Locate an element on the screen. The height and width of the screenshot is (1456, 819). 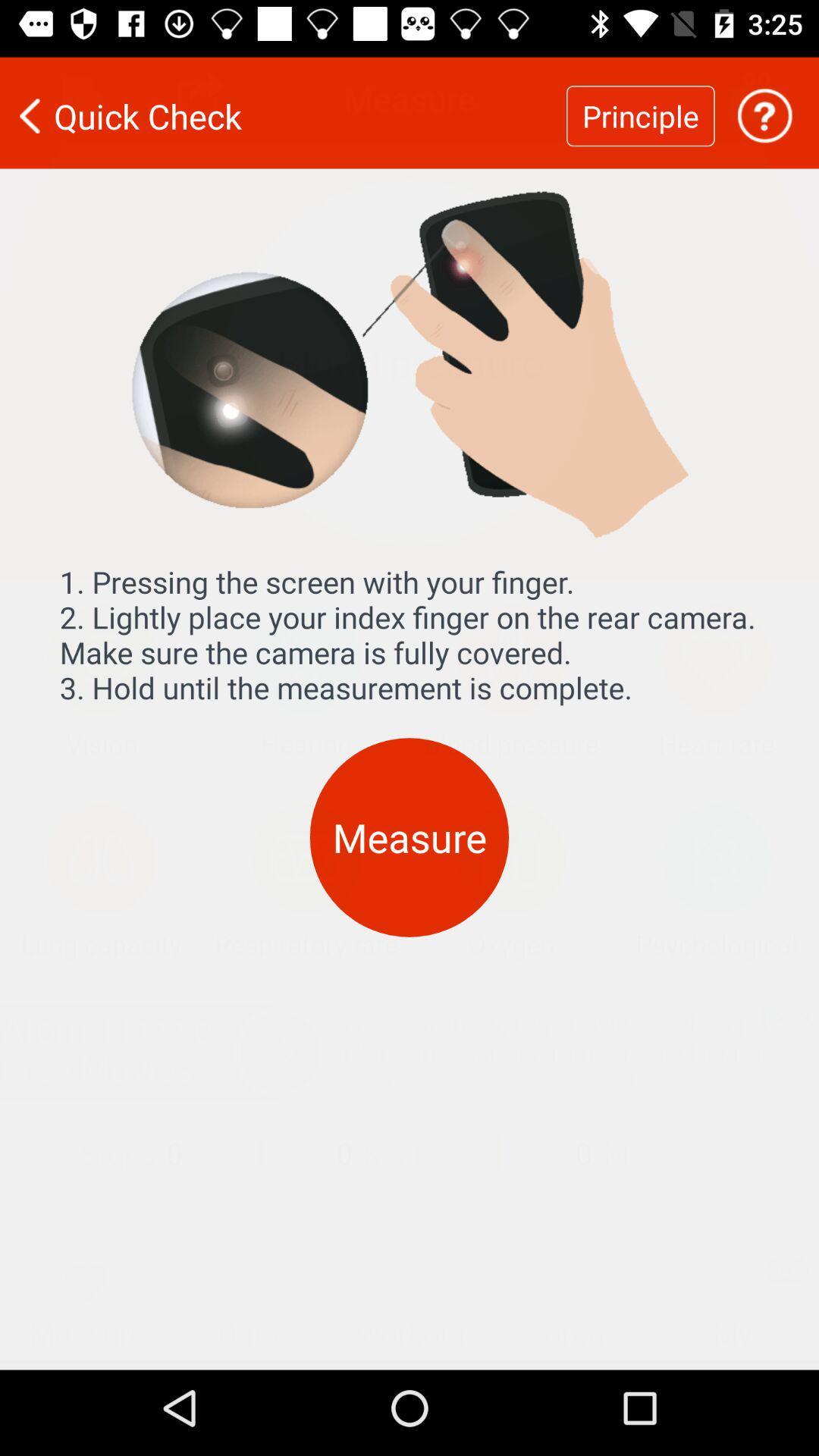
the principle is located at coordinates (640, 105).